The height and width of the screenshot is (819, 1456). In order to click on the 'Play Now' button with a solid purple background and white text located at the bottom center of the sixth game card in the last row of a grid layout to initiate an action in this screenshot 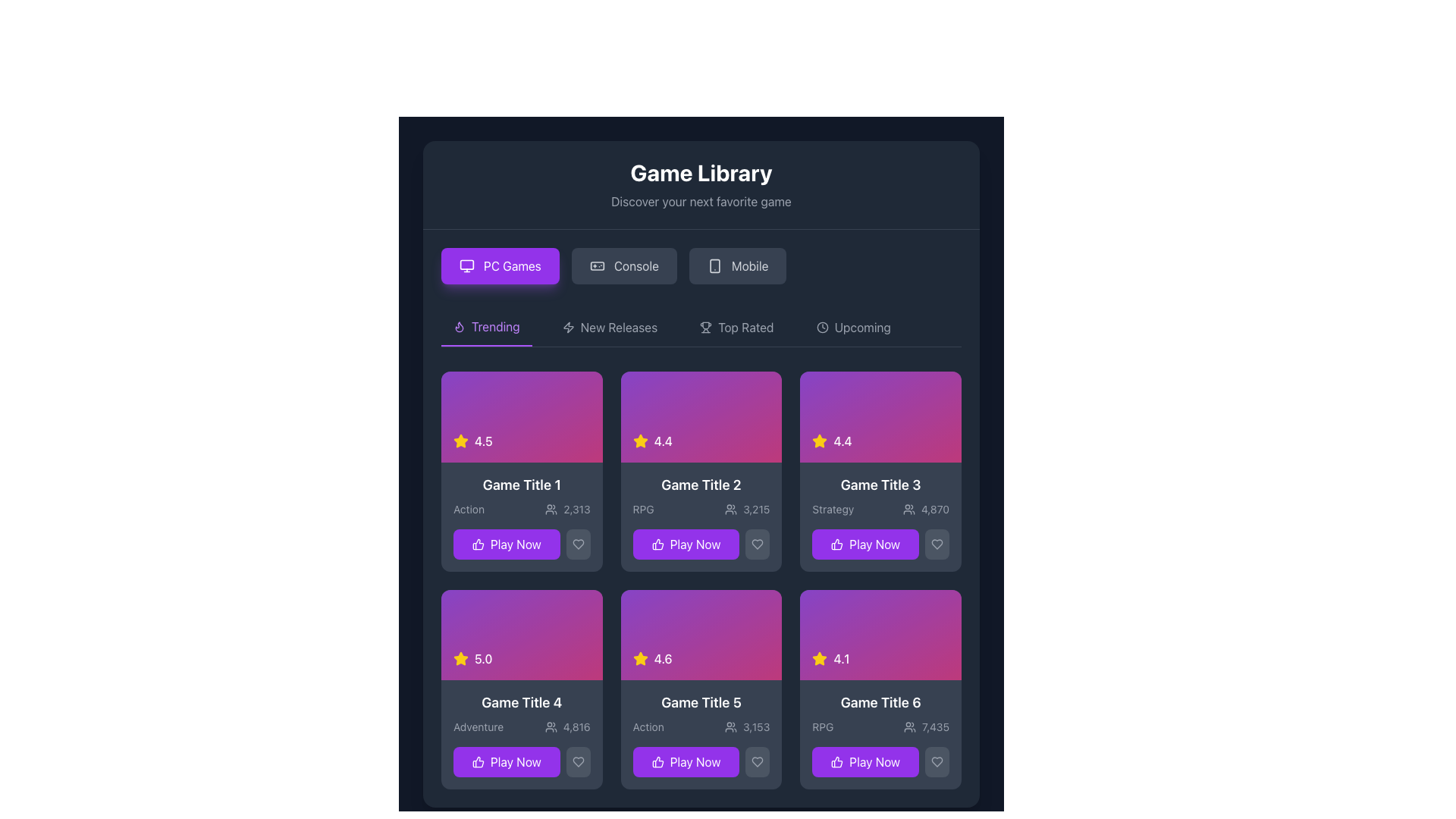, I will do `click(865, 762)`.